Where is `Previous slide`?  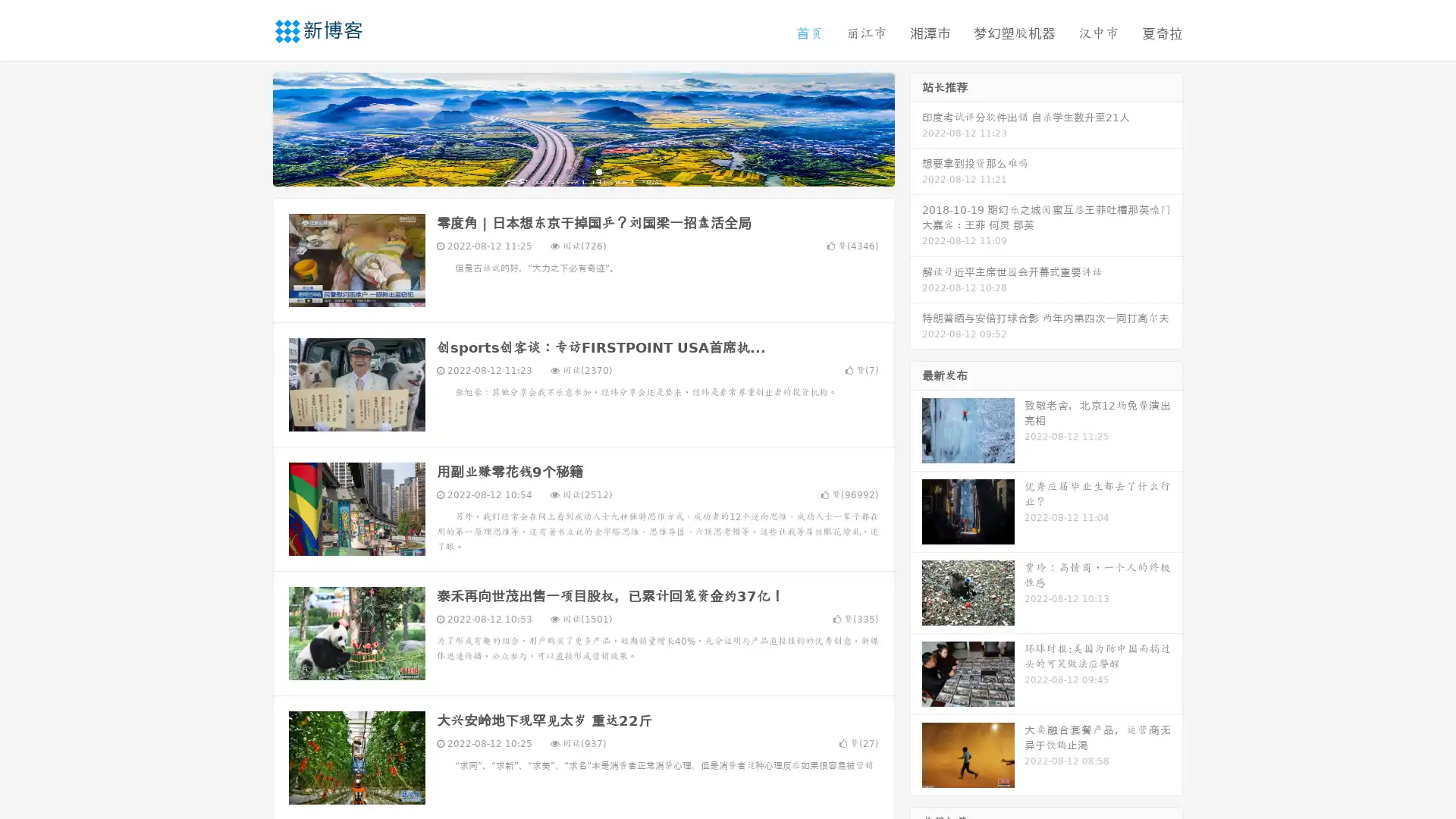 Previous slide is located at coordinates (250, 127).